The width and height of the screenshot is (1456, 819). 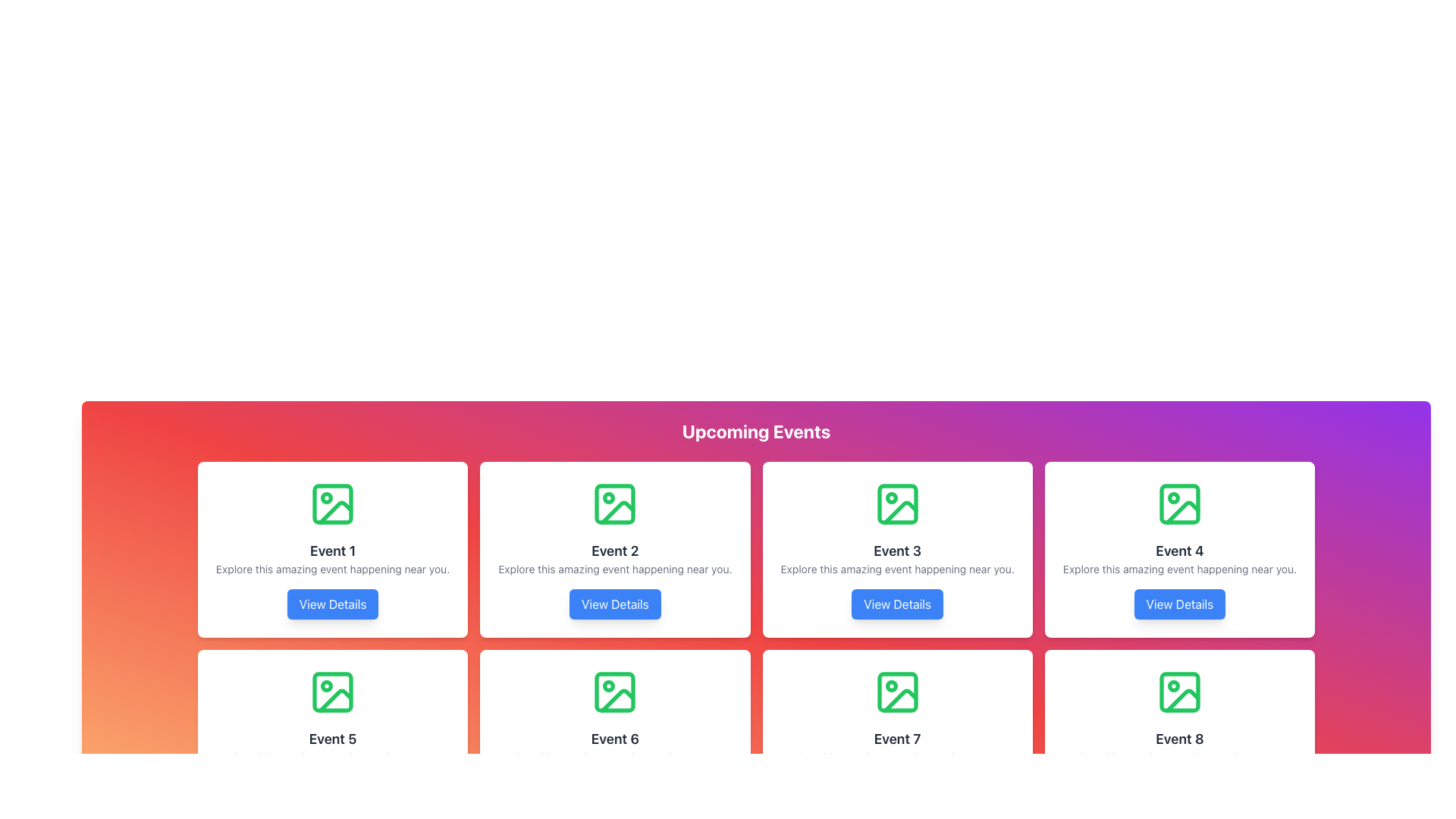 I want to click on the small rectangle with rounded corners that serves as a decorative visual element within the green-themed image icon of the event card labeled 'Event 2', so click(x=615, y=504).